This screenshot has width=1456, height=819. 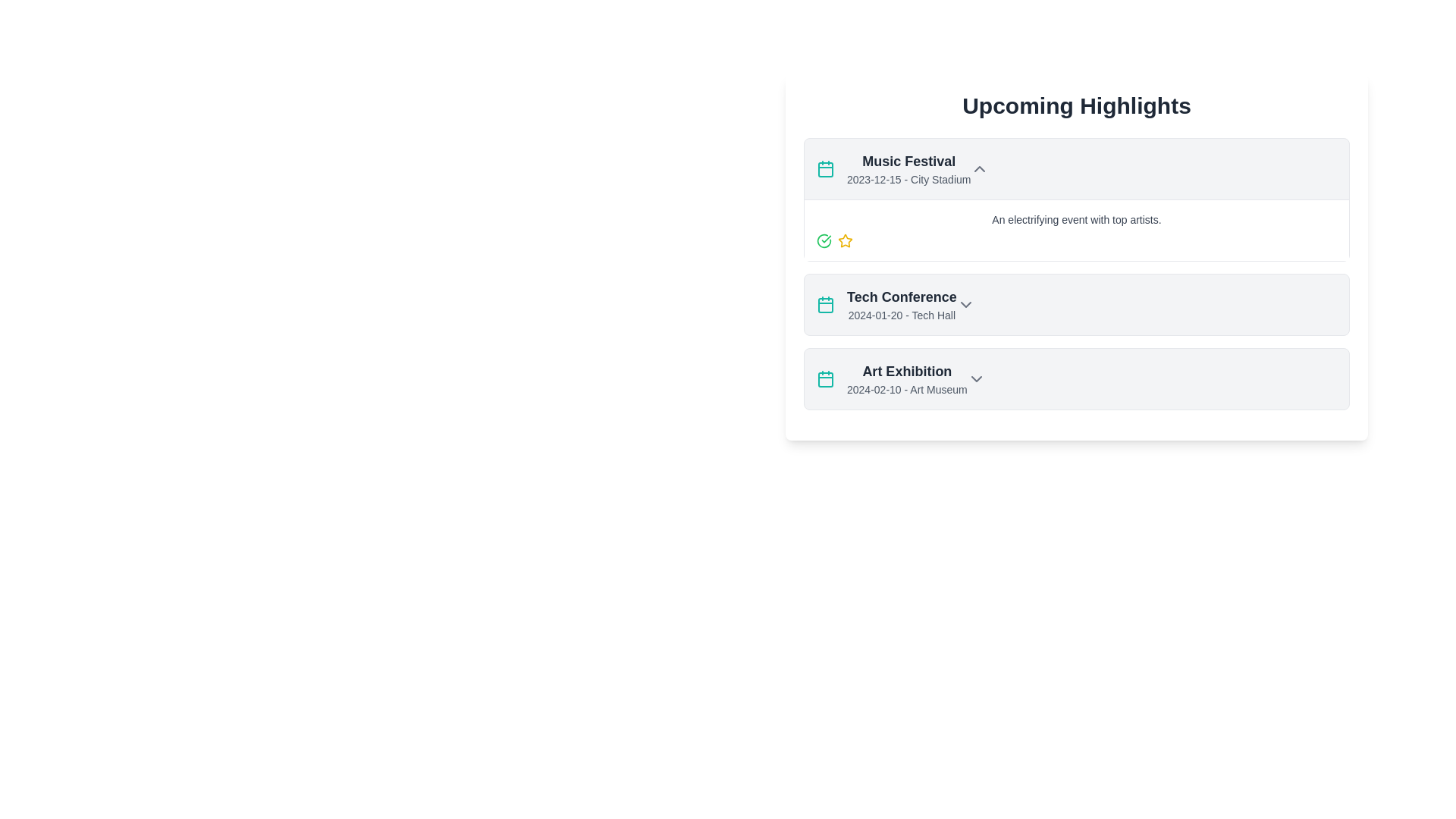 I want to click on the text label titled 'Music Festival', which is positioned at the top of the first event entry in the upcoming events list, so click(x=908, y=161).